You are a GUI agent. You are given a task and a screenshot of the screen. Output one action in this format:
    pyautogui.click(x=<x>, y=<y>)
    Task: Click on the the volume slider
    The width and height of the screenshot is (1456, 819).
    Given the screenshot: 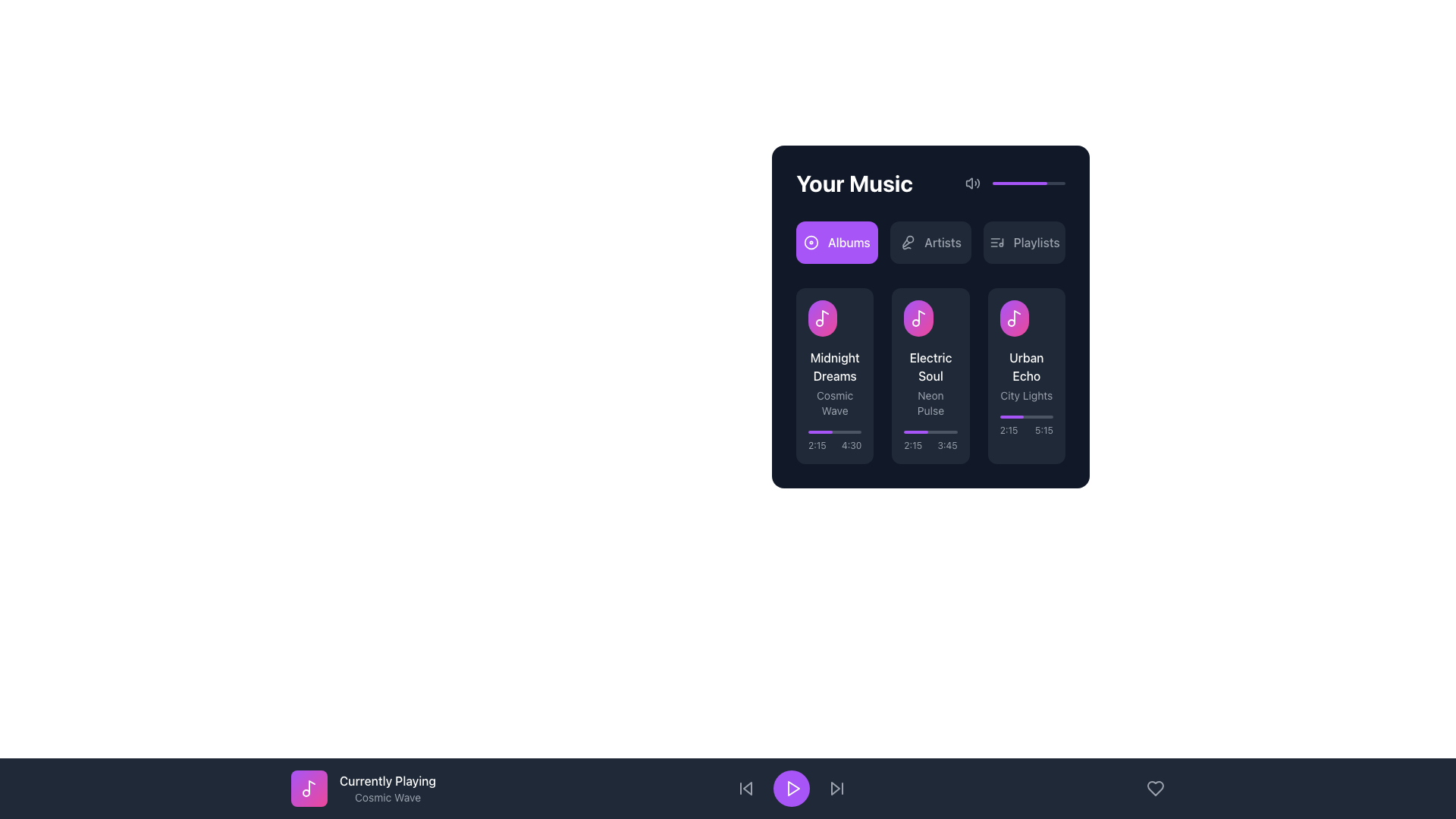 What is the action you would take?
    pyautogui.click(x=1050, y=183)
    